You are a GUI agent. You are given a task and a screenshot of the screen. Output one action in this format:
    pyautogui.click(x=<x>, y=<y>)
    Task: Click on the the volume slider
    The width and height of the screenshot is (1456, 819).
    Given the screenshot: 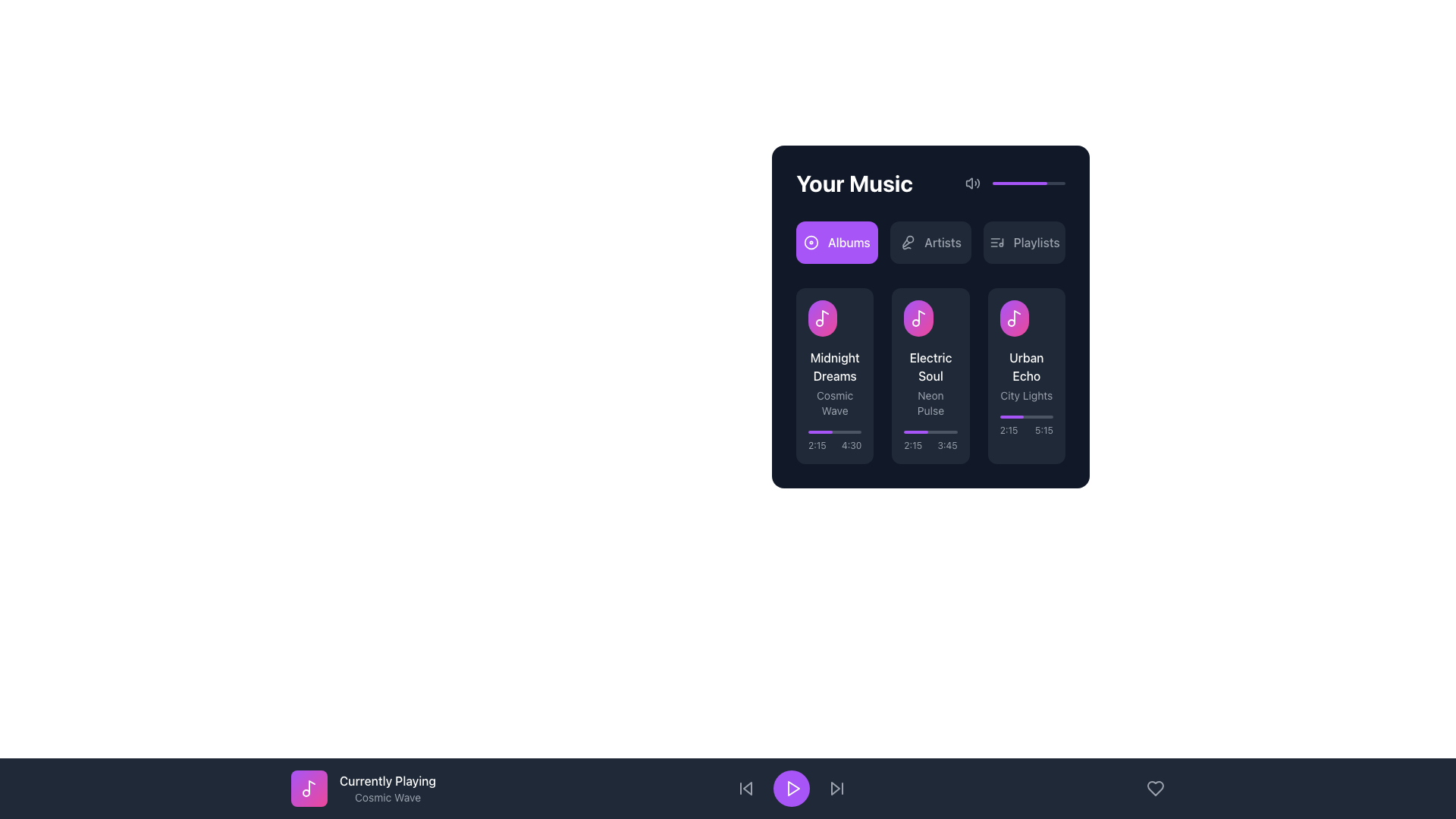 What is the action you would take?
    pyautogui.click(x=1050, y=183)
    